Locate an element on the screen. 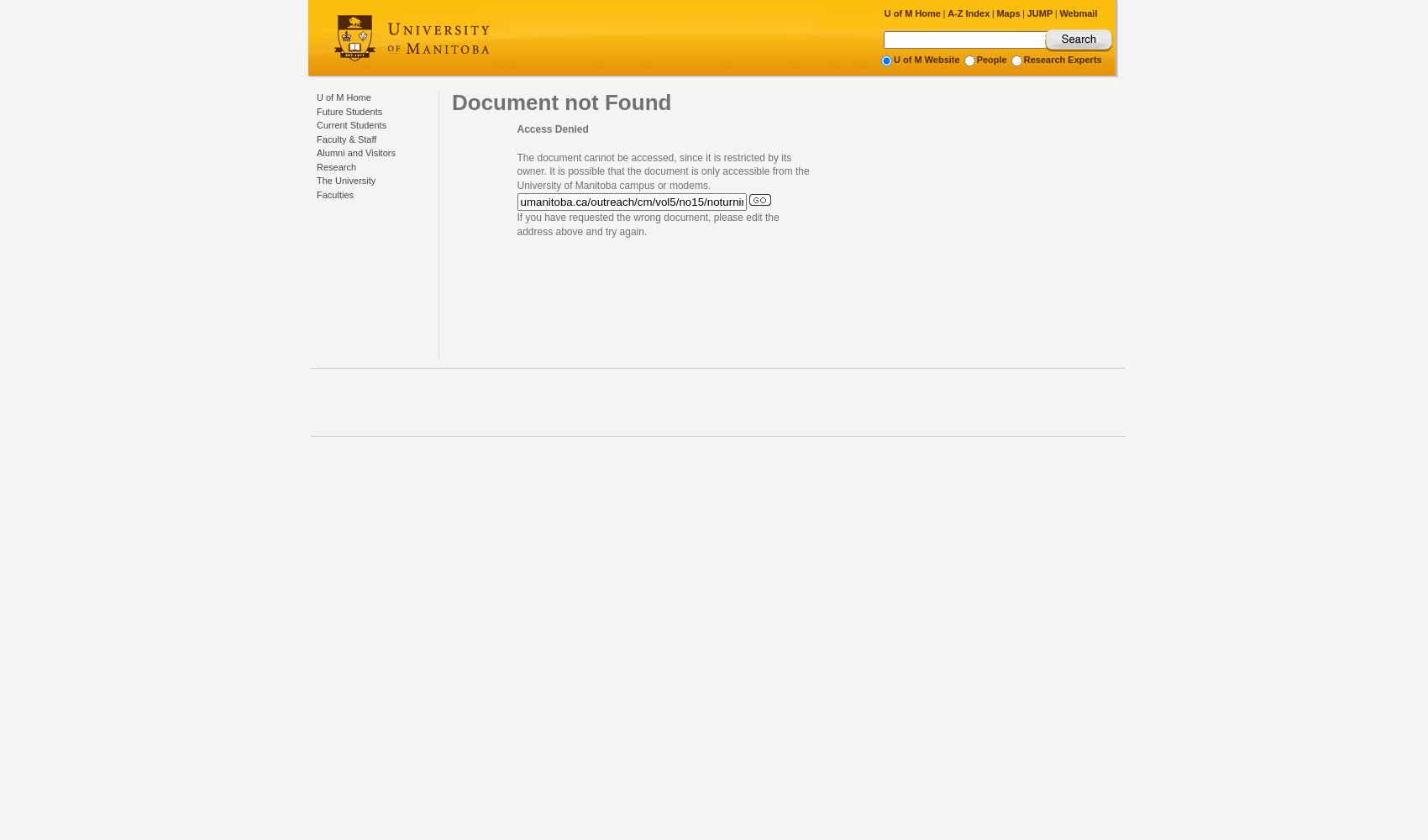 The height and width of the screenshot is (840, 1428). 'Current Students' is located at coordinates (350, 125).